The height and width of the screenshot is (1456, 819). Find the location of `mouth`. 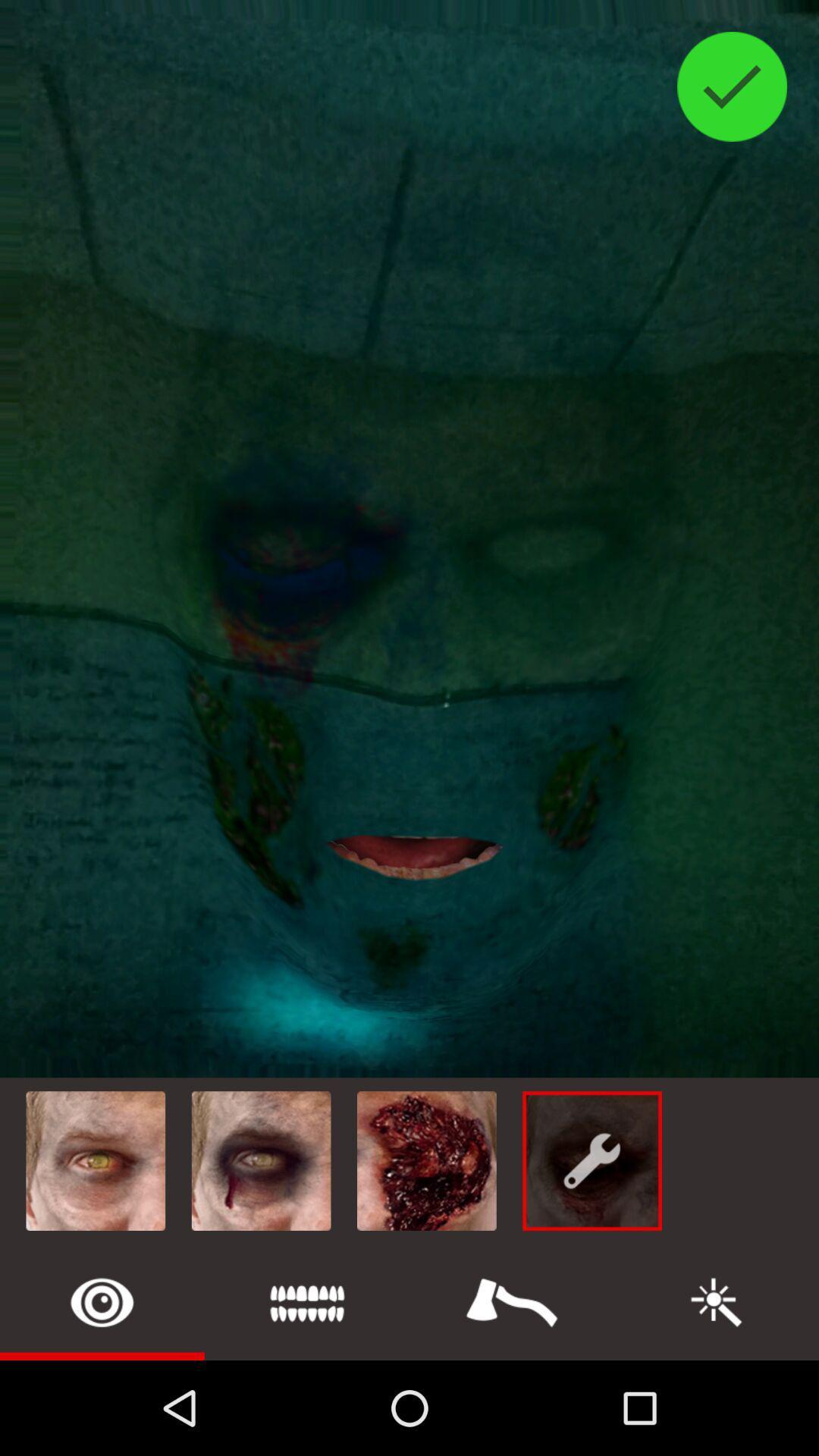

mouth is located at coordinates (307, 1301).